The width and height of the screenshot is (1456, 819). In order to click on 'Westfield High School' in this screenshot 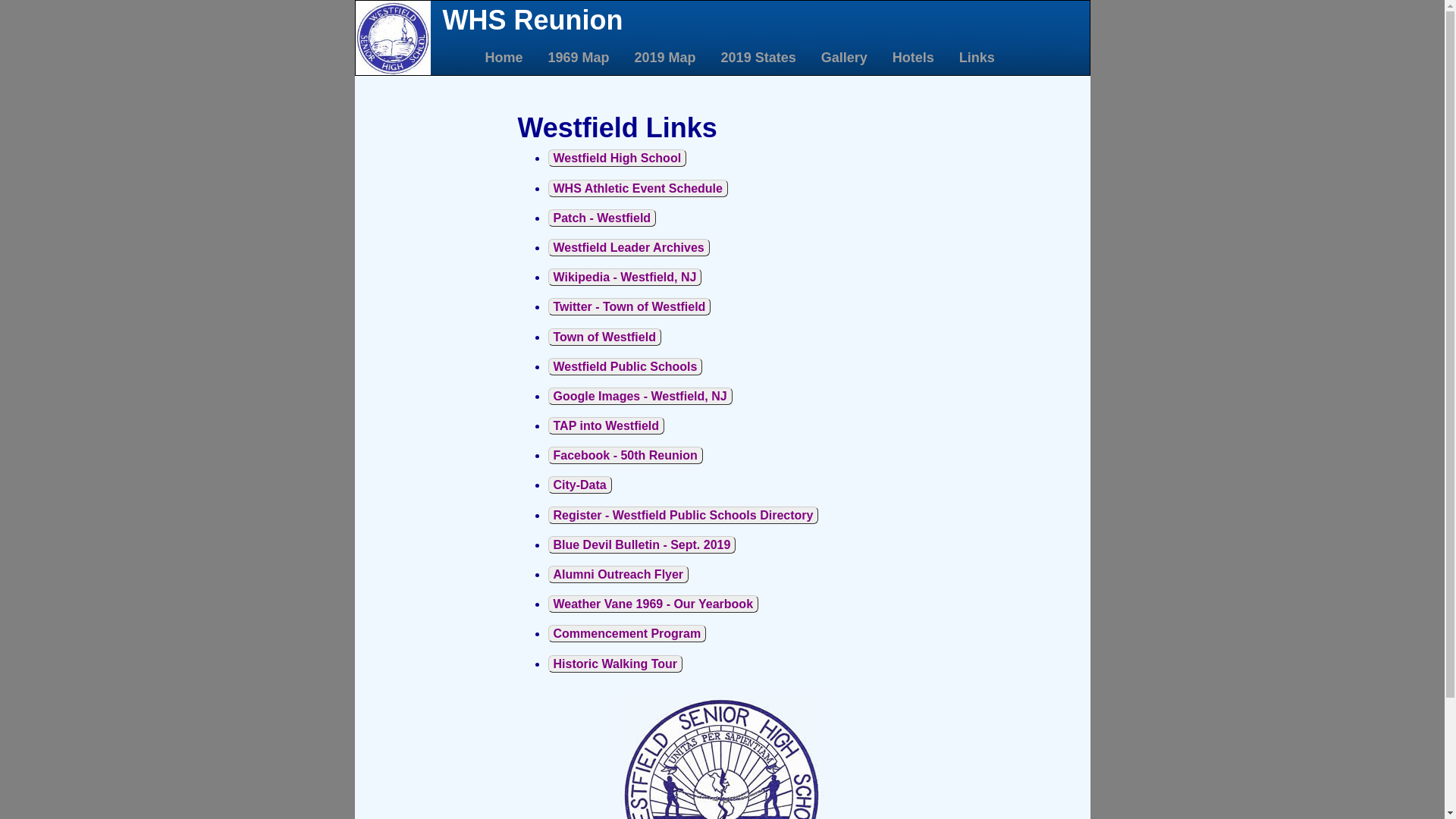, I will do `click(617, 158)`.